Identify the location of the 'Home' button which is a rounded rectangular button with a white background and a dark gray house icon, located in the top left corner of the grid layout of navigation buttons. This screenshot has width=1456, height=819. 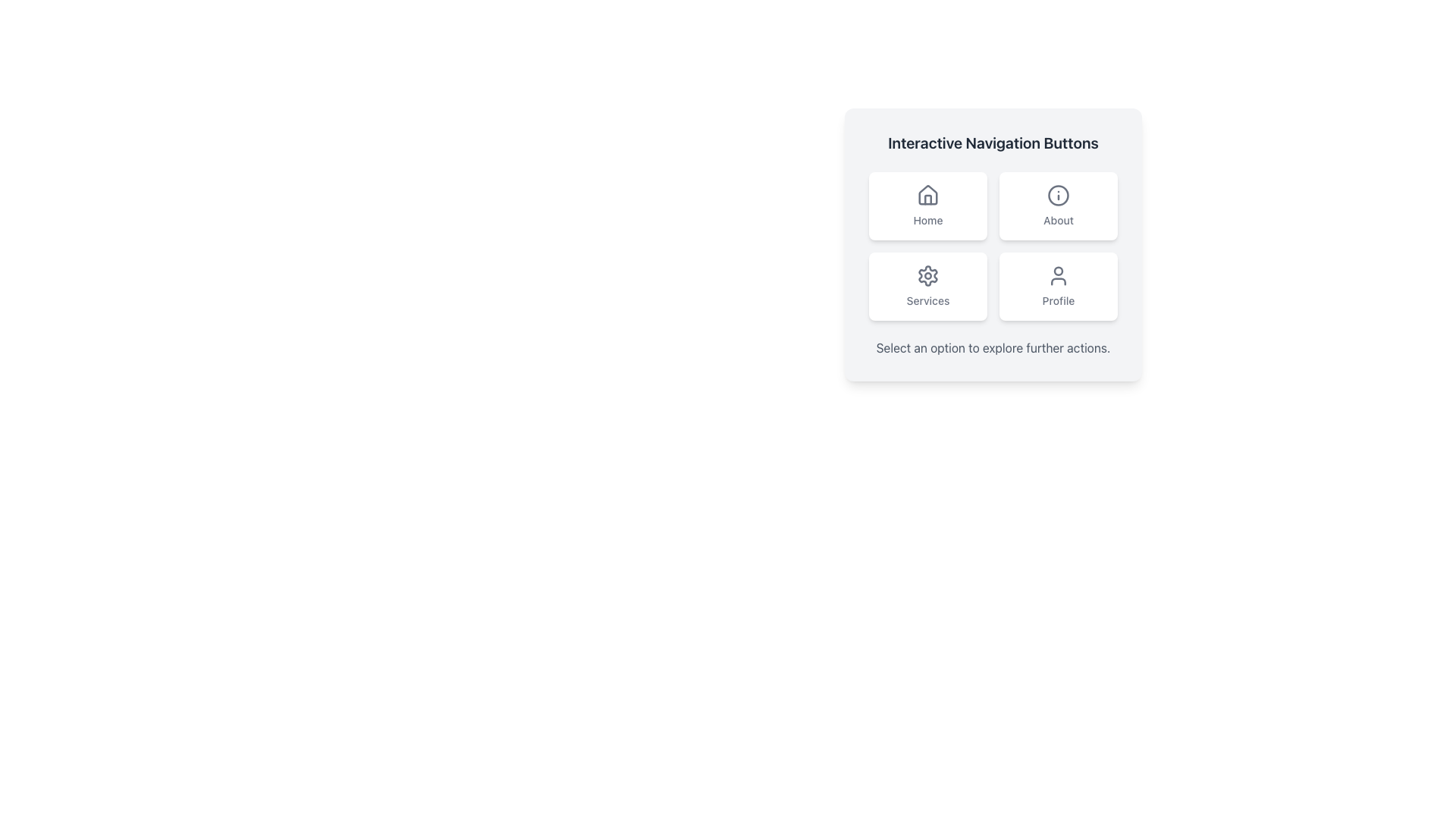
(927, 206).